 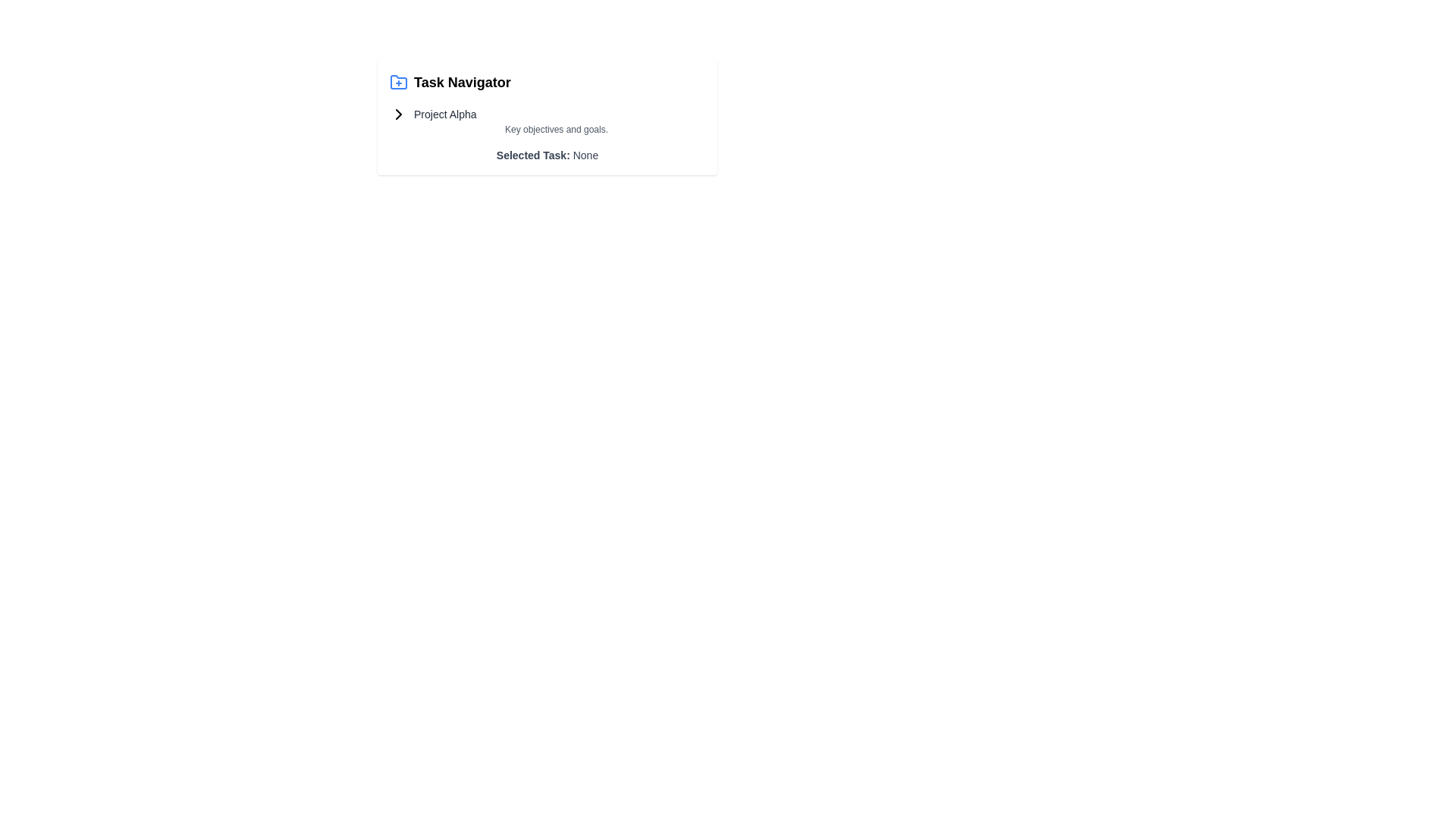 I want to click on the chevron icon pointing to the right, located to the left of the 'Project Alpha' text label, so click(x=399, y=113).